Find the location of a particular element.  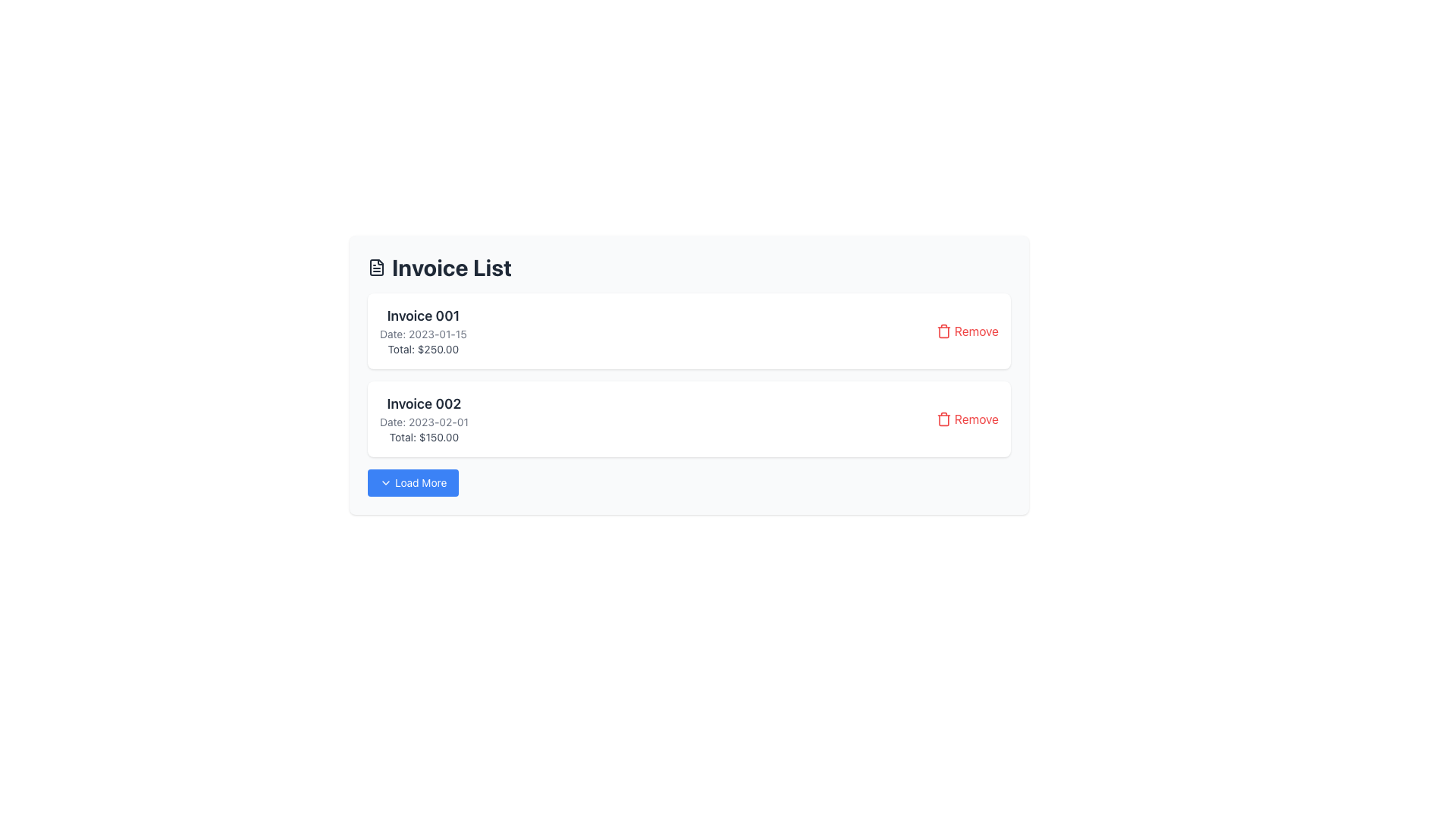

the icon located to the right of the 'Load More' button text, which reveals more content when pressed is located at coordinates (385, 482).